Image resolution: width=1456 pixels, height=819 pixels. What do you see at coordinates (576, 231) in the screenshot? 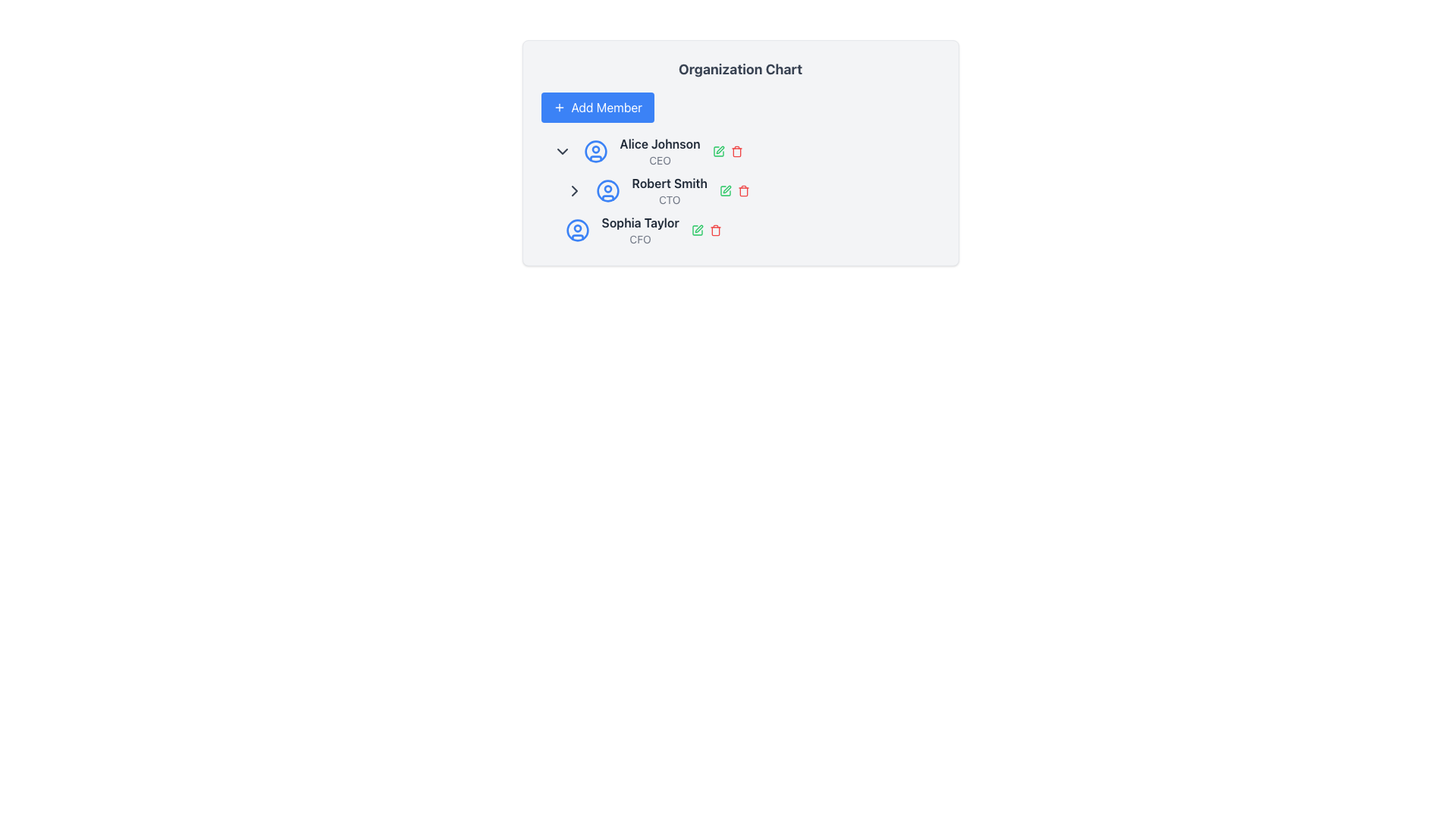
I see `the circular profile outline of 'Sophia Taylor' in the organizational chart` at bounding box center [576, 231].